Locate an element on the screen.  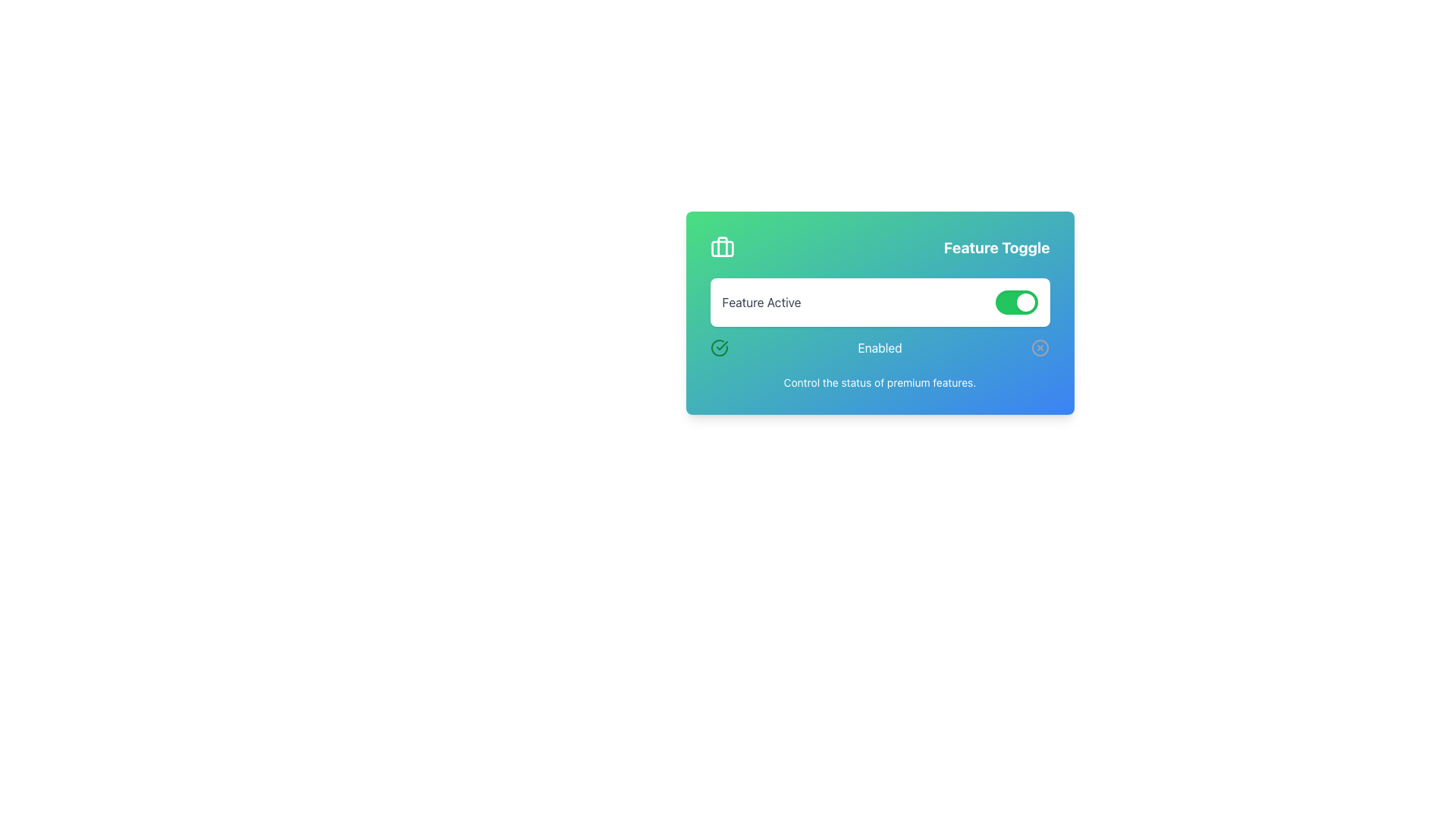
the design of the status icon indicating an active or enabled status, located to the left of the text 'Enabled' is located at coordinates (718, 348).